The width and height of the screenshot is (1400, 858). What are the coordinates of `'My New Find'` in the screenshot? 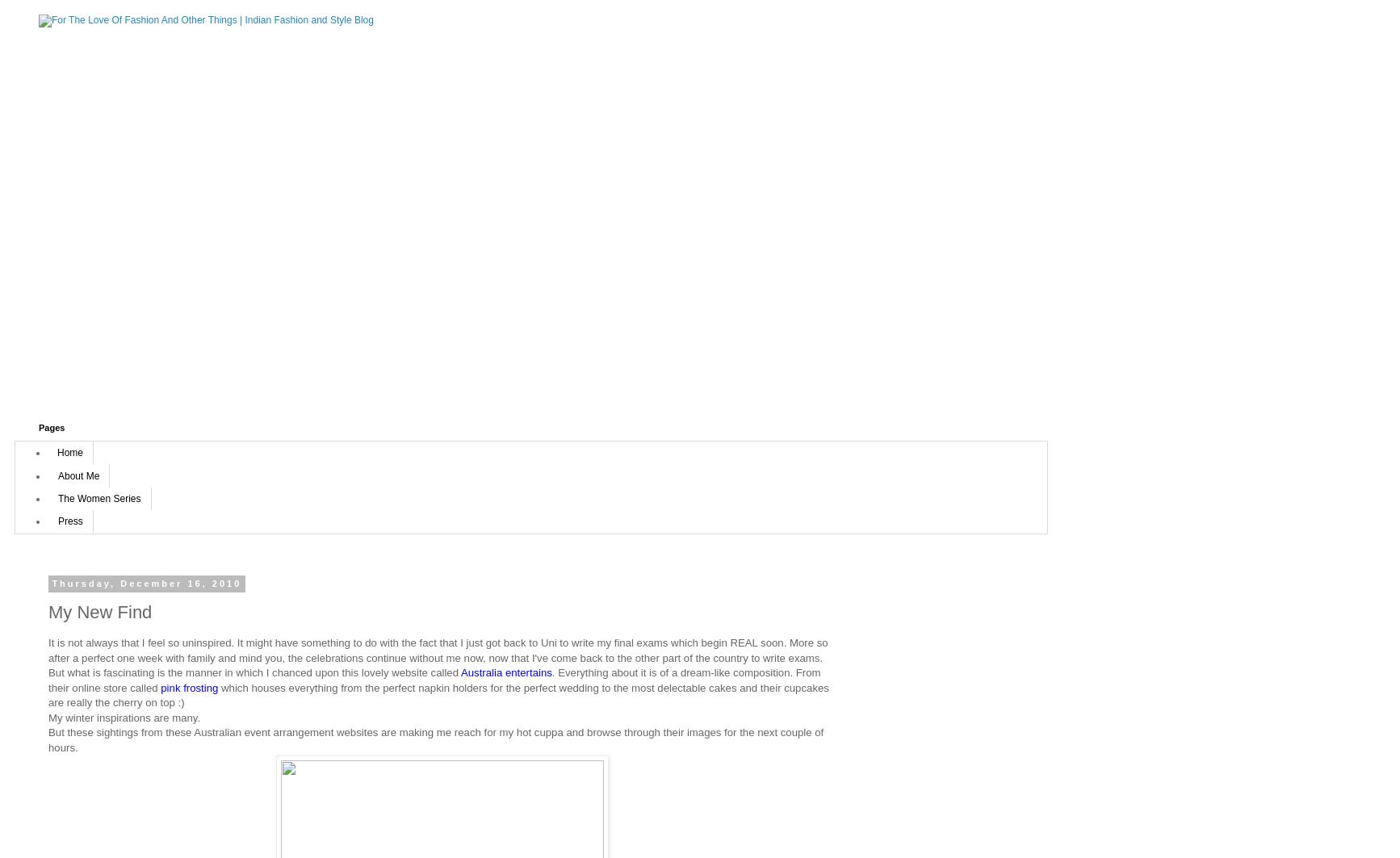 It's located at (99, 611).